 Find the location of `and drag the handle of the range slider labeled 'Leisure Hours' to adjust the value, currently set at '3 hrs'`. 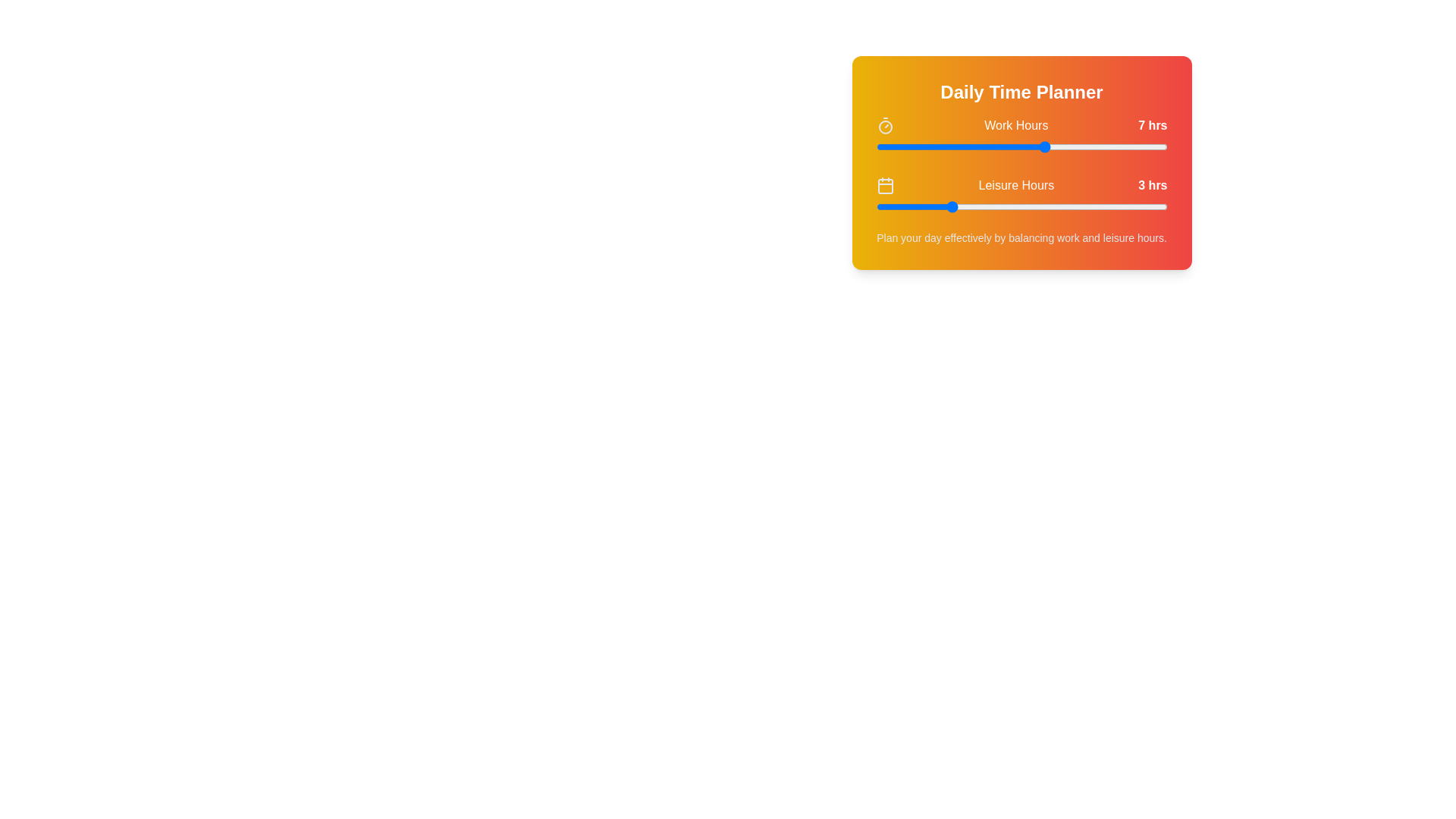

and drag the handle of the range slider labeled 'Leisure Hours' to adjust the value, currently set at '3 hrs' is located at coordinates (1021, 207).